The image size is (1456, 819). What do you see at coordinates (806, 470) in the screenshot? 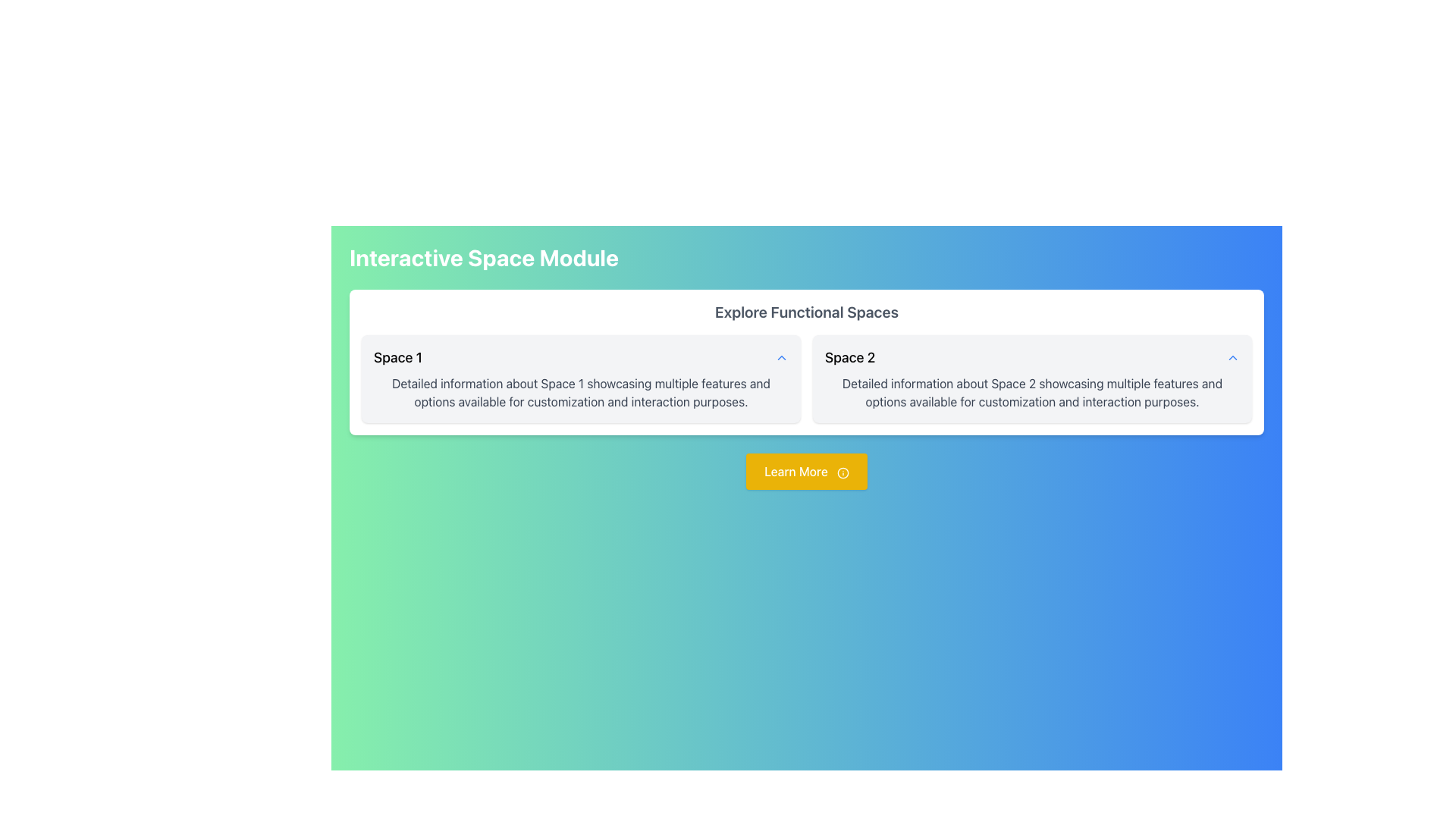
I see `the 'Learn More' button, which has a yellow background, white text, and rounded borders, located below the section for 'Space 1' and 'Space 2'` at bounding box center [806, 470].